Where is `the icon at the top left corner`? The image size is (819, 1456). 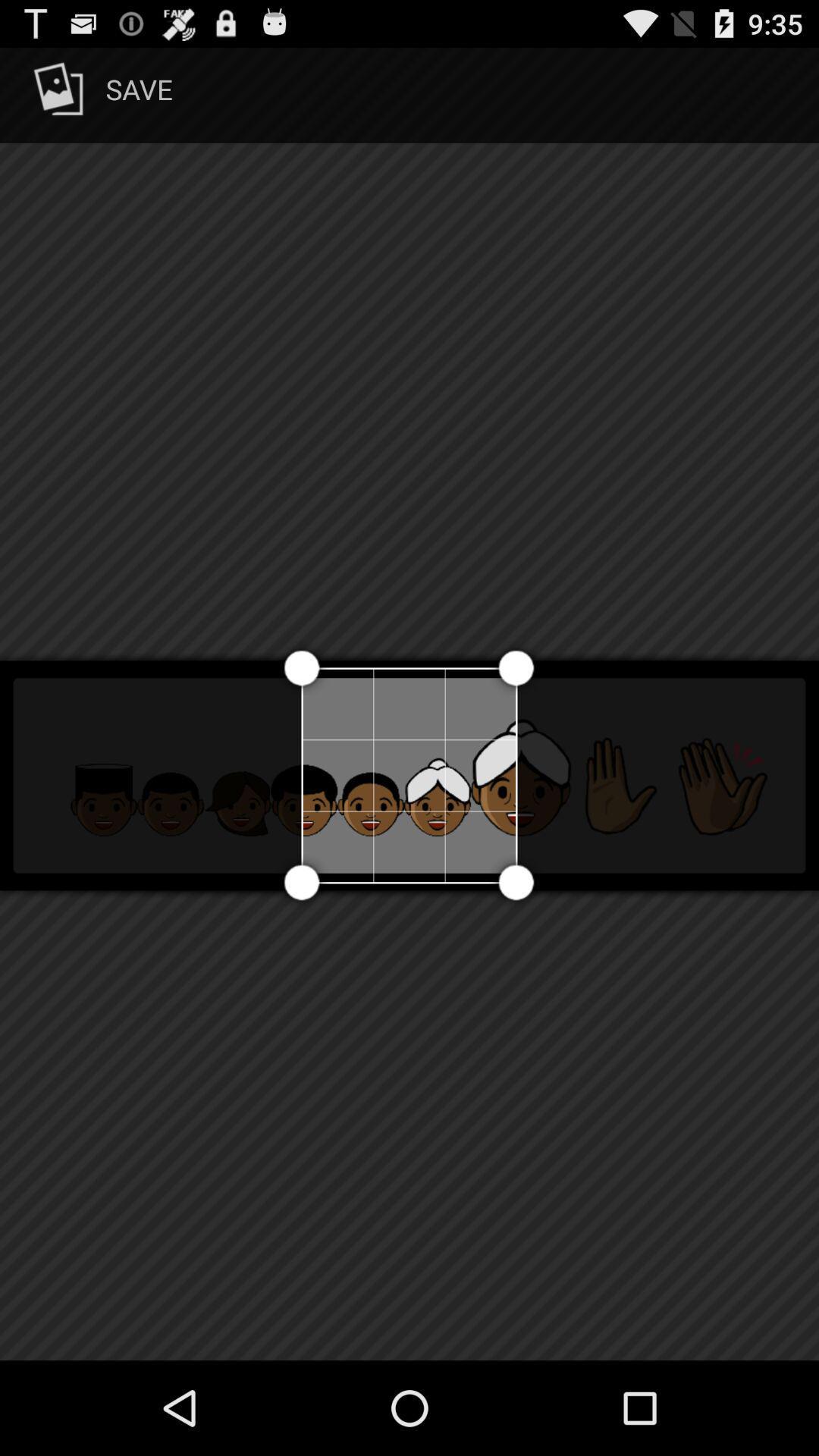 the icon at the top left corner is located at coordinates (100, 94).